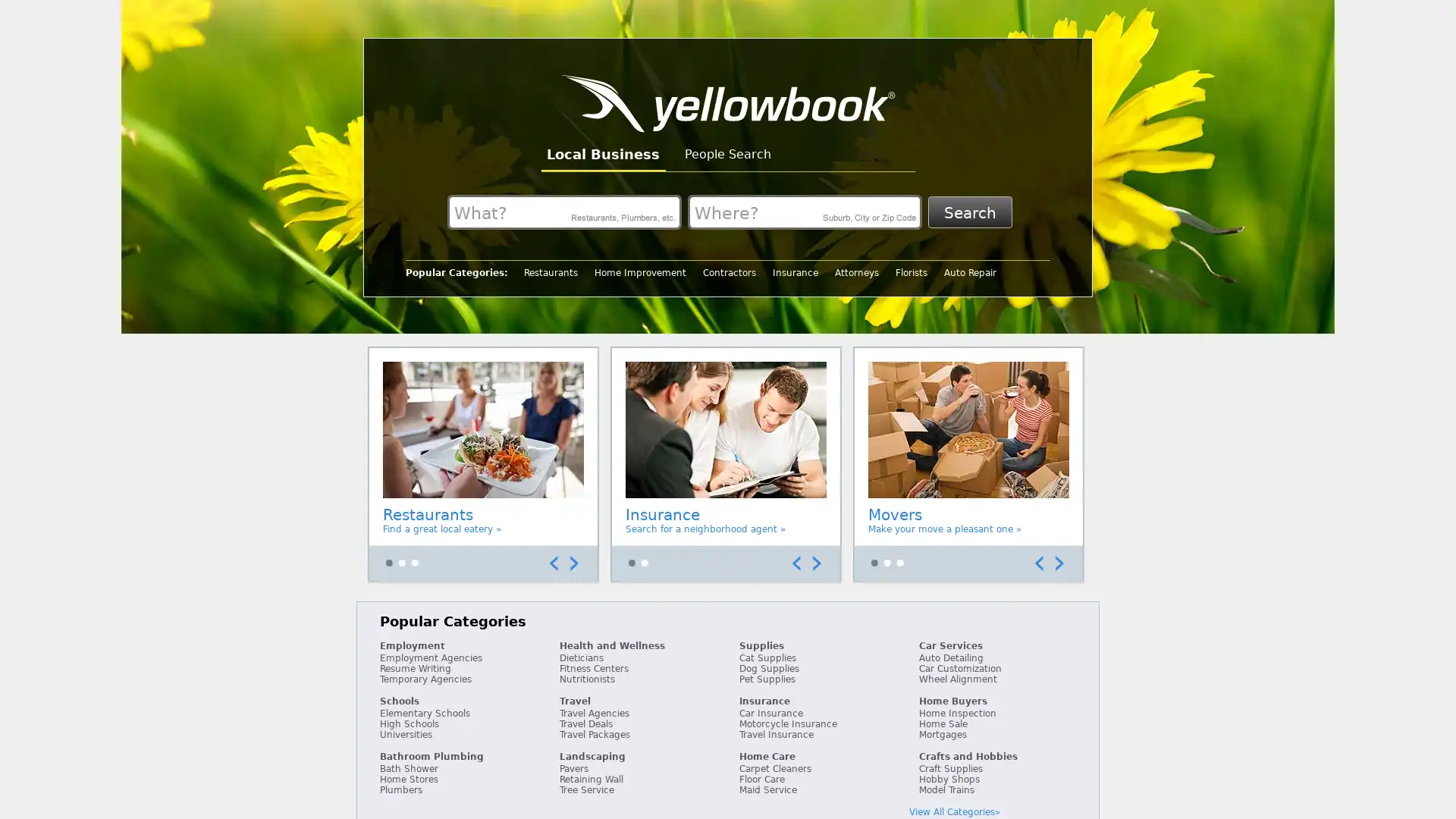 The height and width of the screenshot is (819, 1456). I want to click on Accessible Carousel, so click(612, 348).